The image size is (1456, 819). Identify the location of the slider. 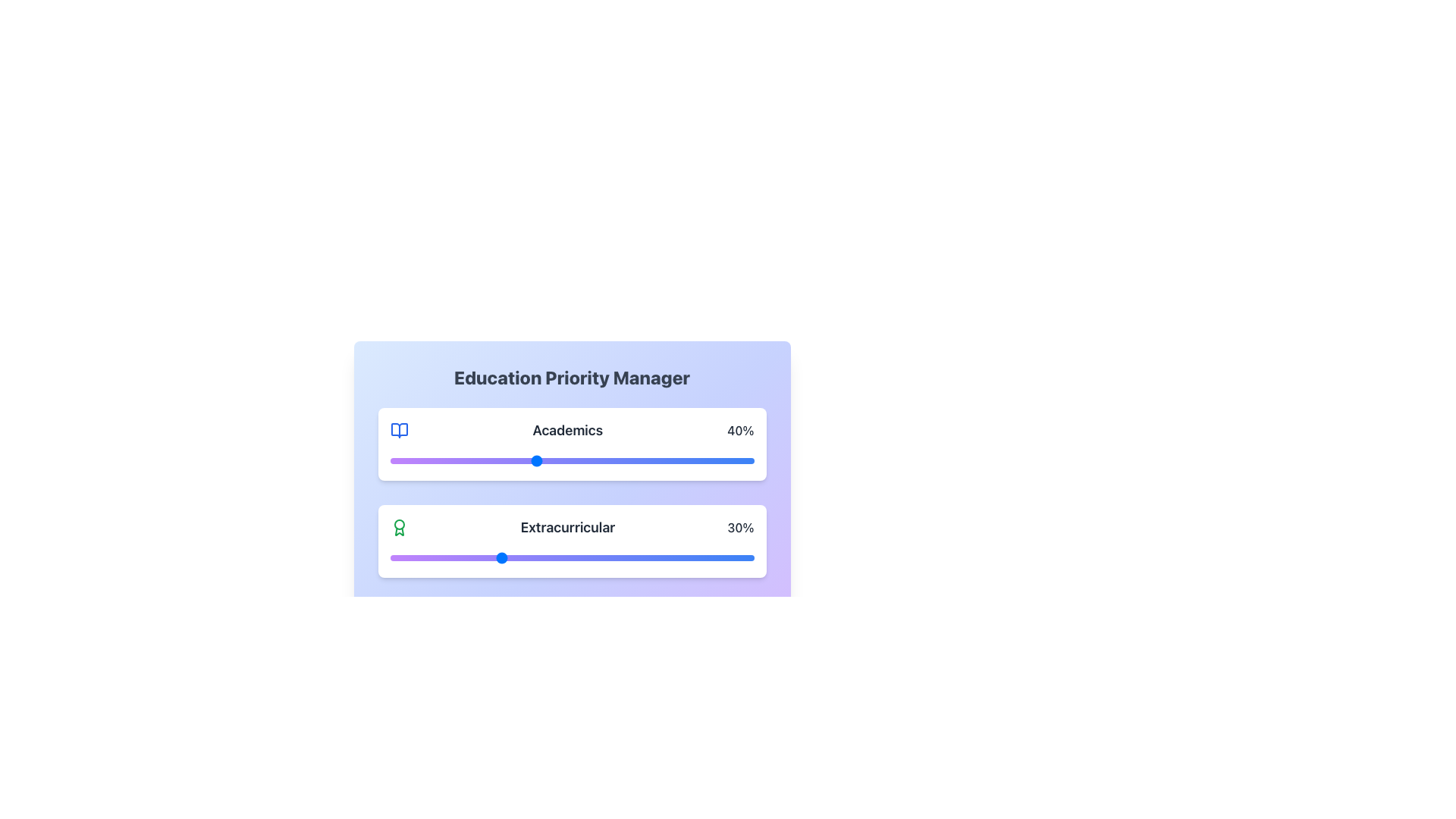
(709, 558).